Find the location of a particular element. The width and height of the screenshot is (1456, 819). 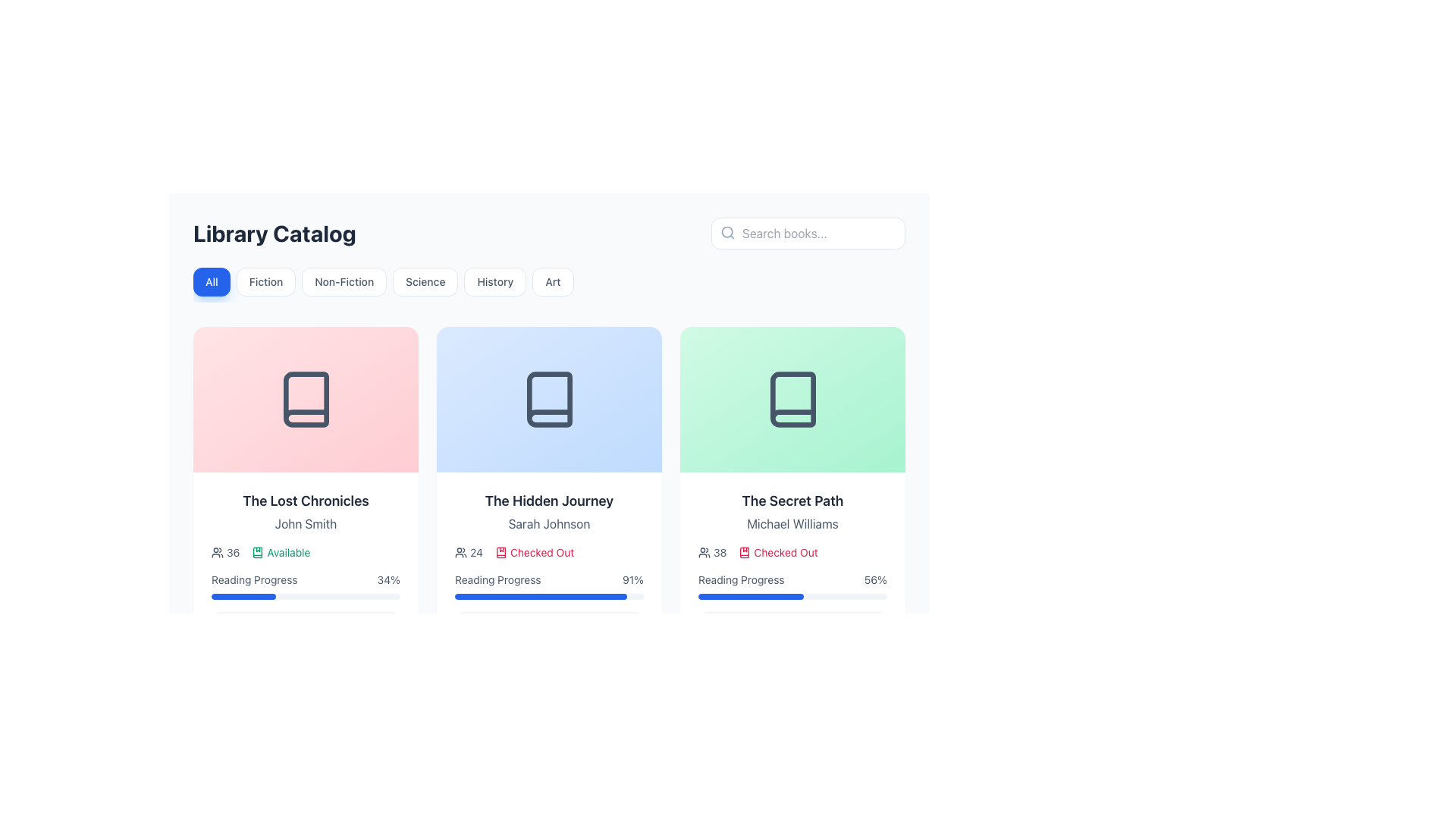

book title text located in the third column of the library catalog, positioned below the book icon and above the author's name 'Michael Williams' is located at coordinates (792, 500).